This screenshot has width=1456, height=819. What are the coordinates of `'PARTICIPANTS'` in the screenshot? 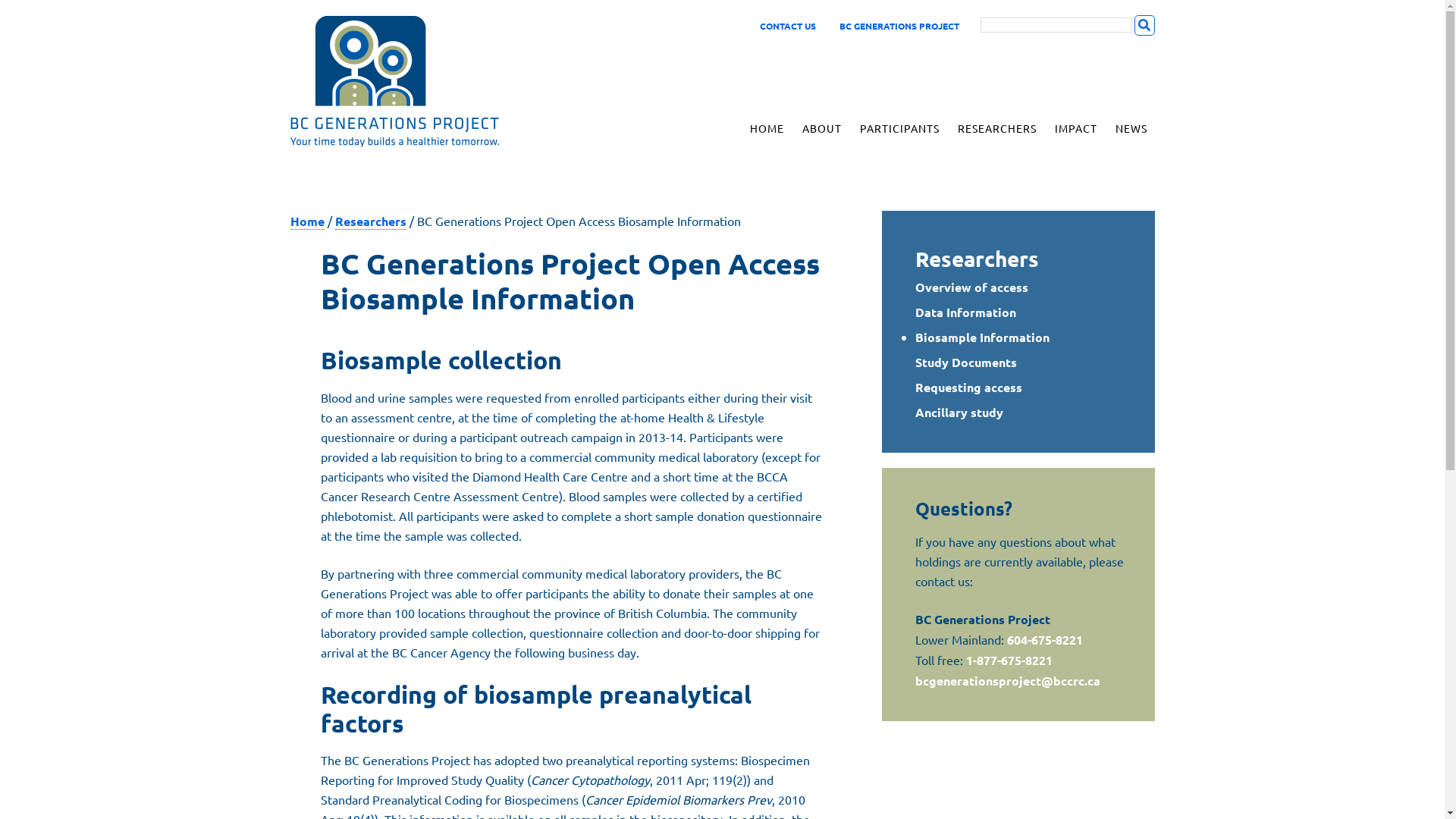 It's located at (852, 127).